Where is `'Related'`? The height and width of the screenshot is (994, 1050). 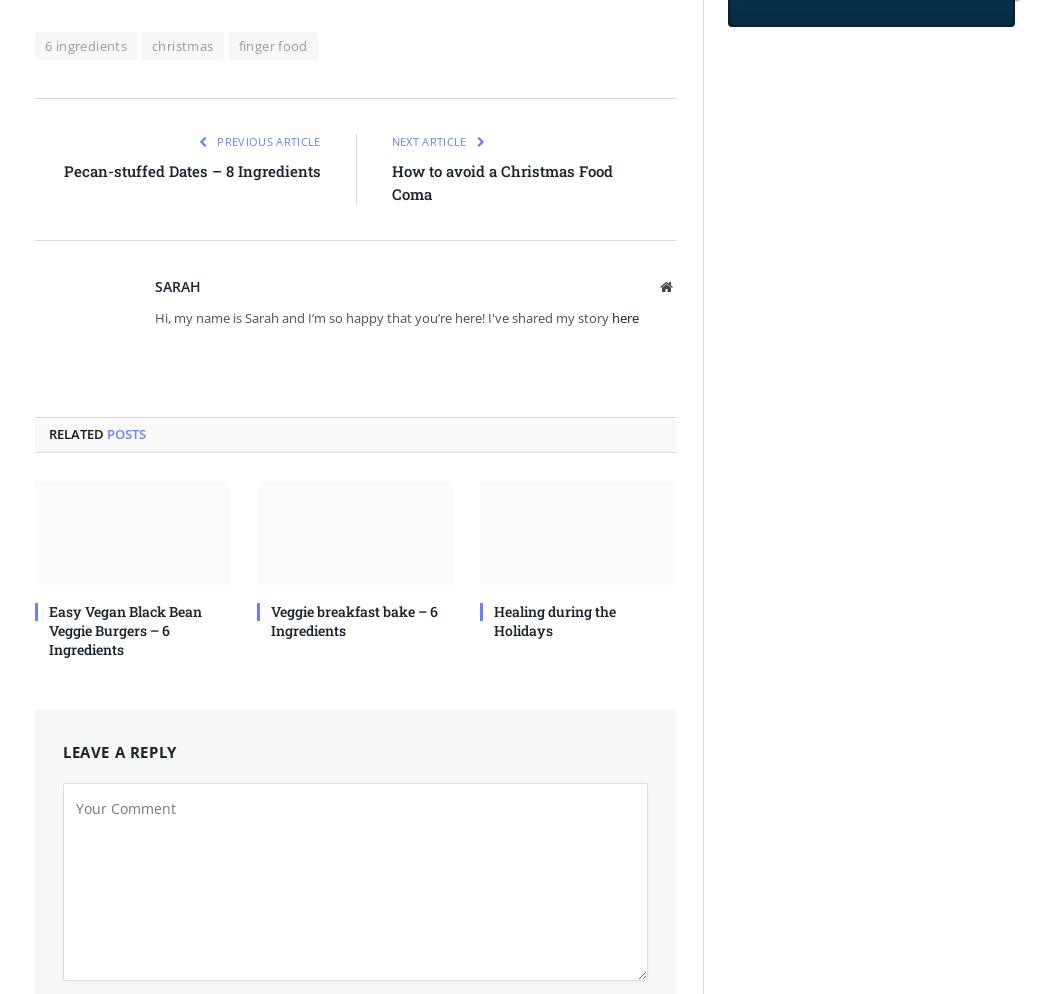
'Related' is located at coordinates (48, 433).